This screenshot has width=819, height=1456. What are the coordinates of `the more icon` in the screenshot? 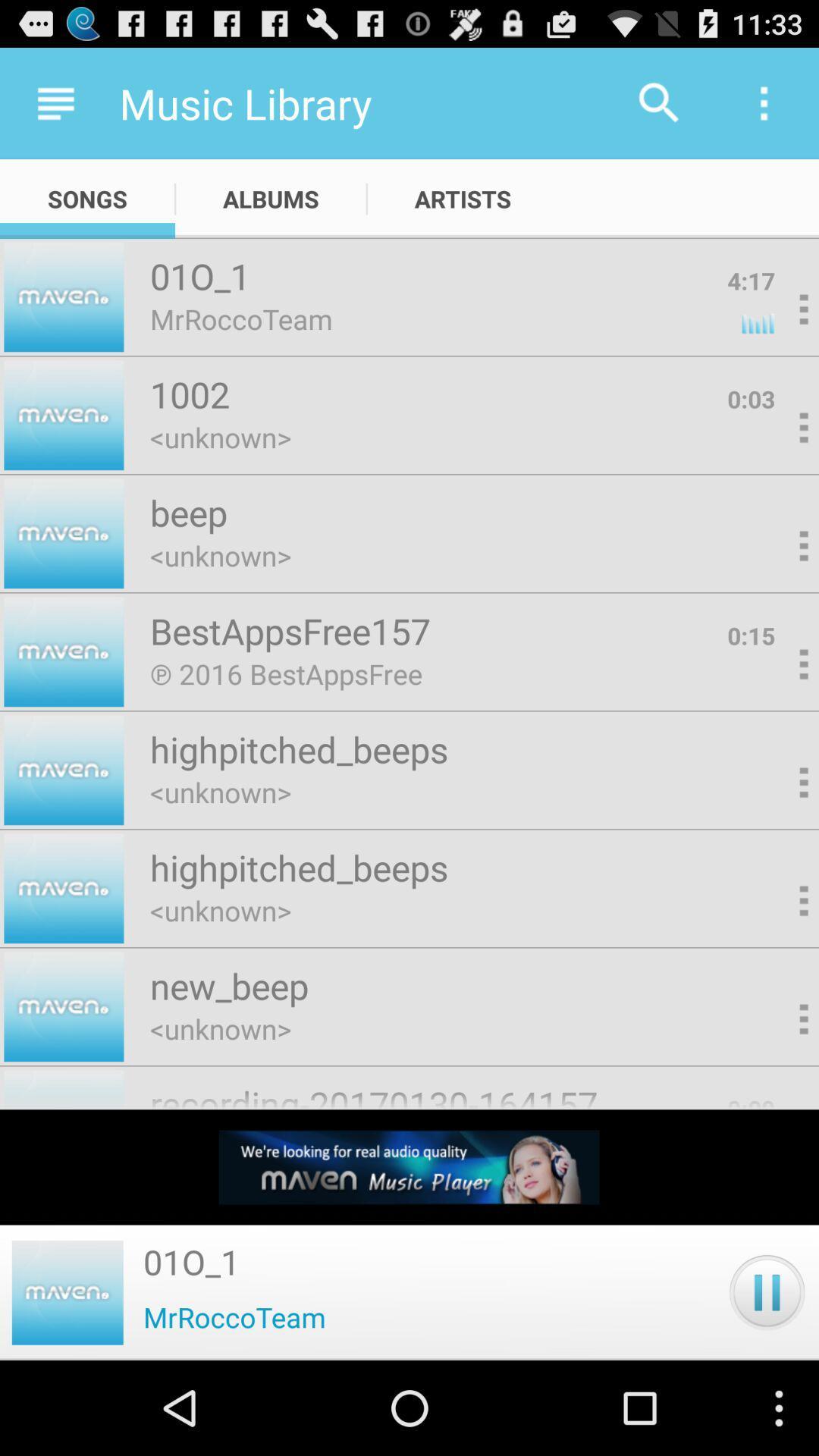 It's located at (779, 585).